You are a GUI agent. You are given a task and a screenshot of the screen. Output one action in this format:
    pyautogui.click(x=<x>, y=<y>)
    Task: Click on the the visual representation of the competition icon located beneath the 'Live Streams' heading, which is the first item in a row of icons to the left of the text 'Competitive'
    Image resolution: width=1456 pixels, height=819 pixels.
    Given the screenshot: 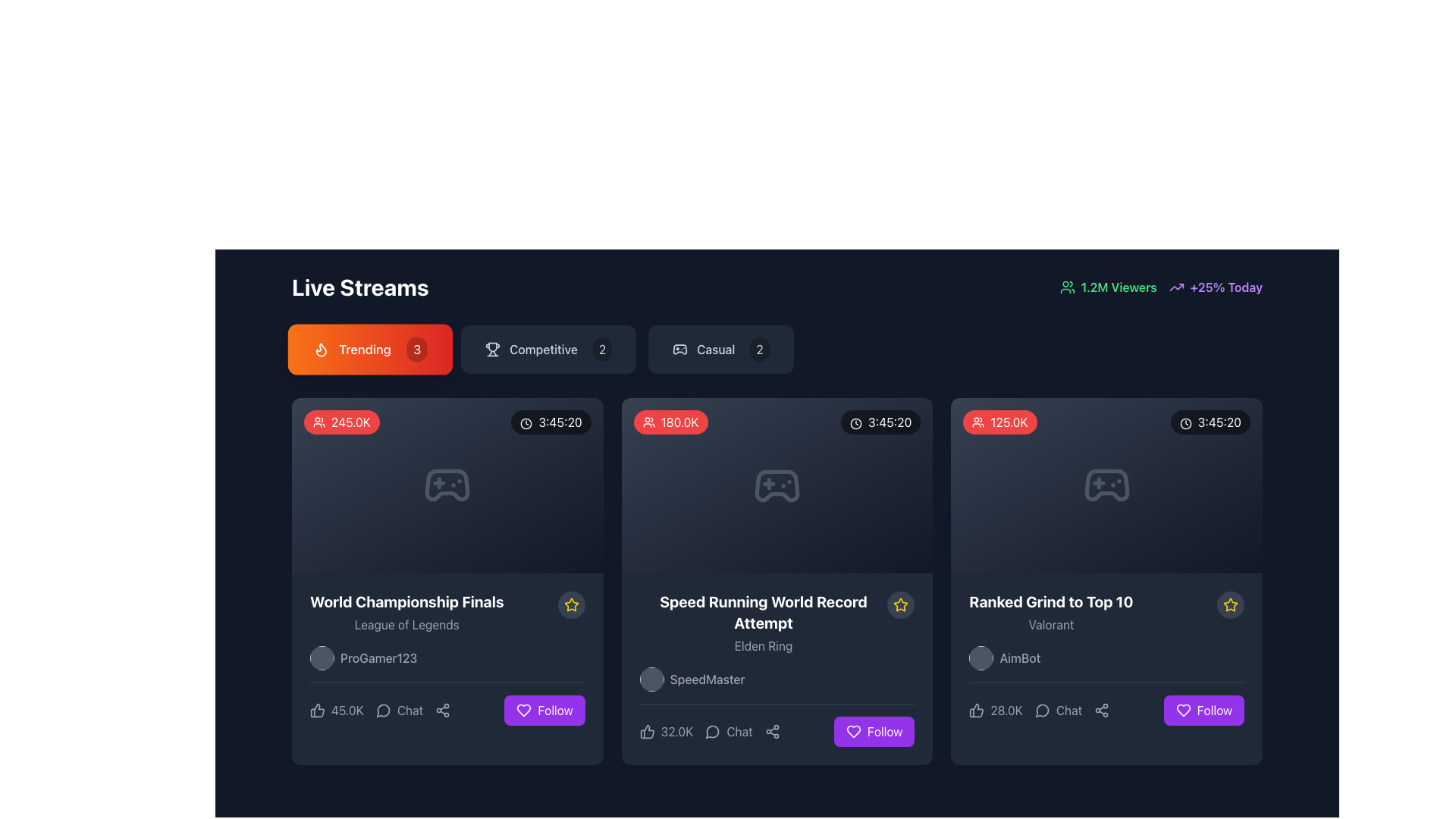 What is the action you would take?
    pyautogui.click(x=493, y=350)
    